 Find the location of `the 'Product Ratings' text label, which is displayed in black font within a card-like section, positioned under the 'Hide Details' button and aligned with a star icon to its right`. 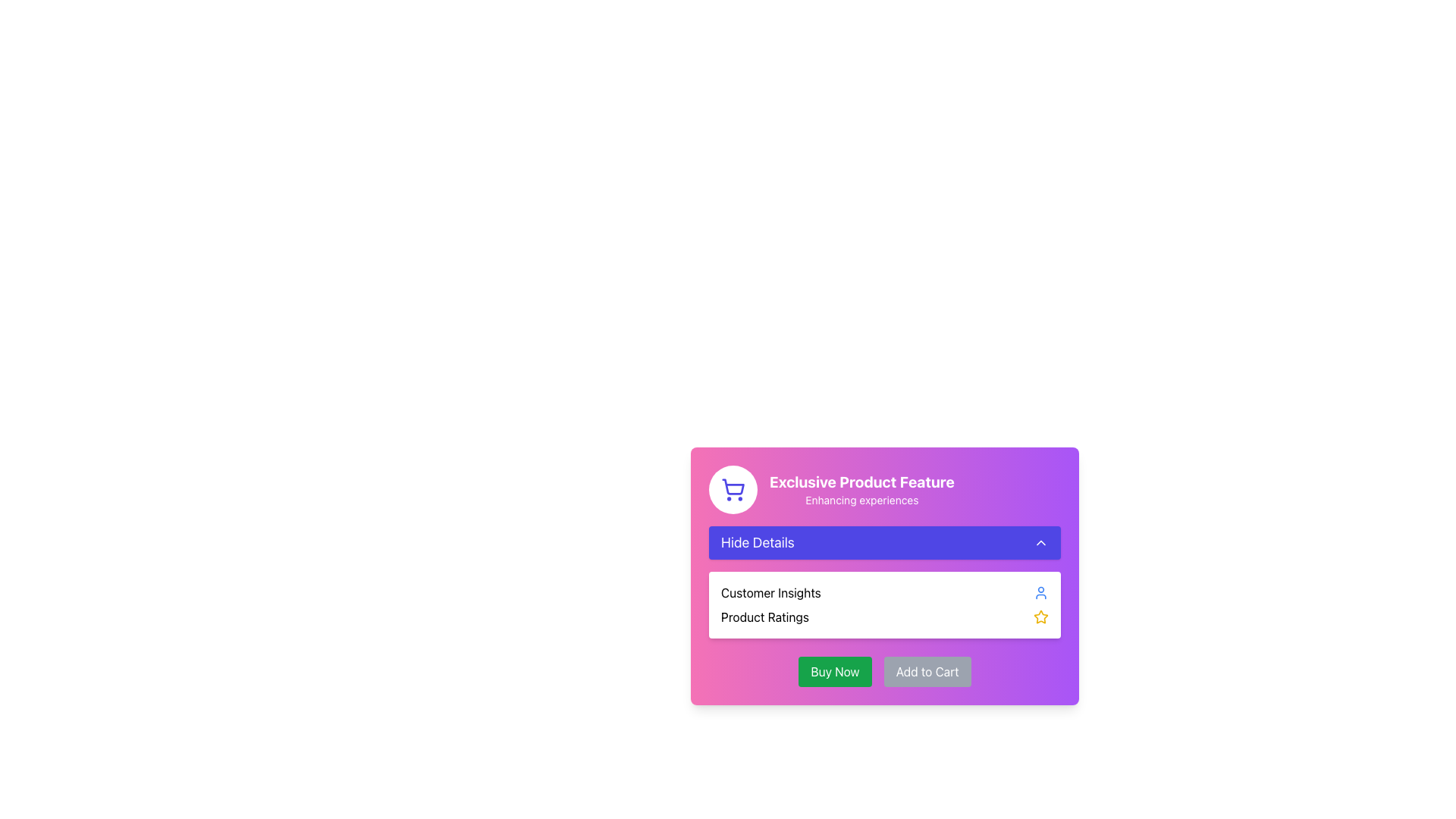

the 'Product Ratings' text label, which is displayed in black font within a card-like section, positioned under the 'Hide Details' button and aligned with a star icon to its right is located at coordinates (764, 617).